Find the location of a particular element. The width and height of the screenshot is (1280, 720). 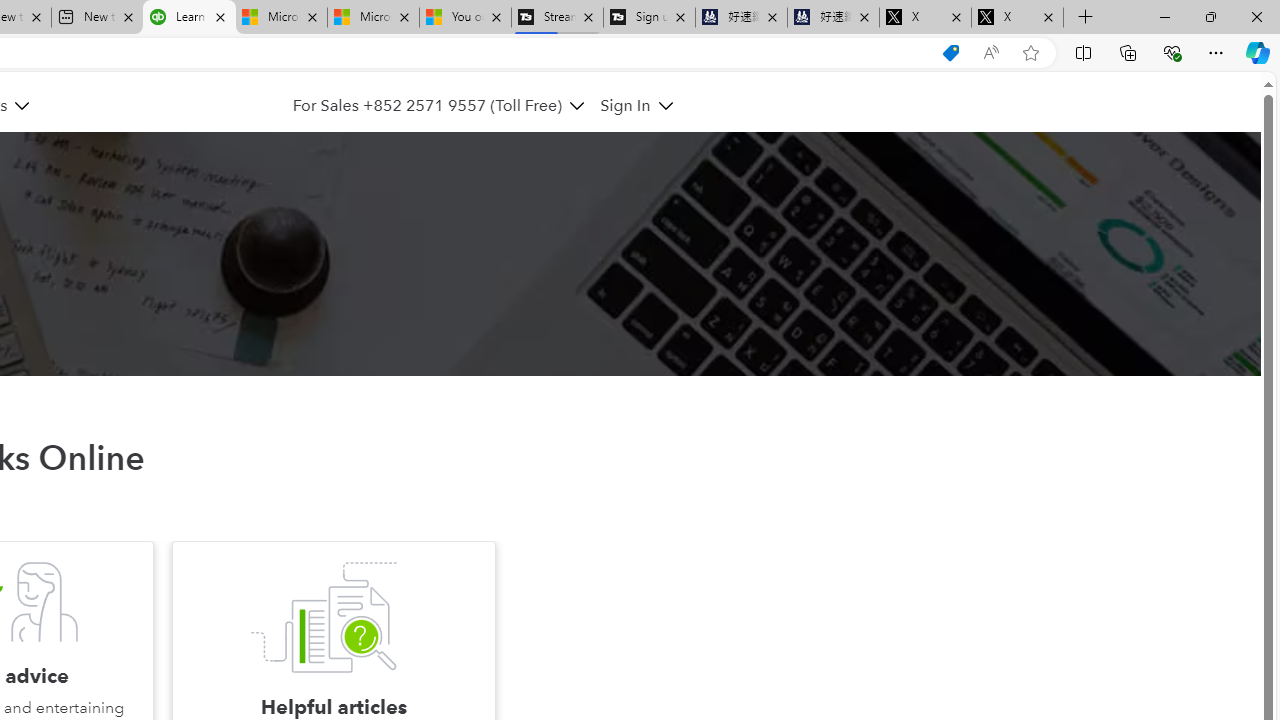

'Sign In' is located at coordinates (624, 105).